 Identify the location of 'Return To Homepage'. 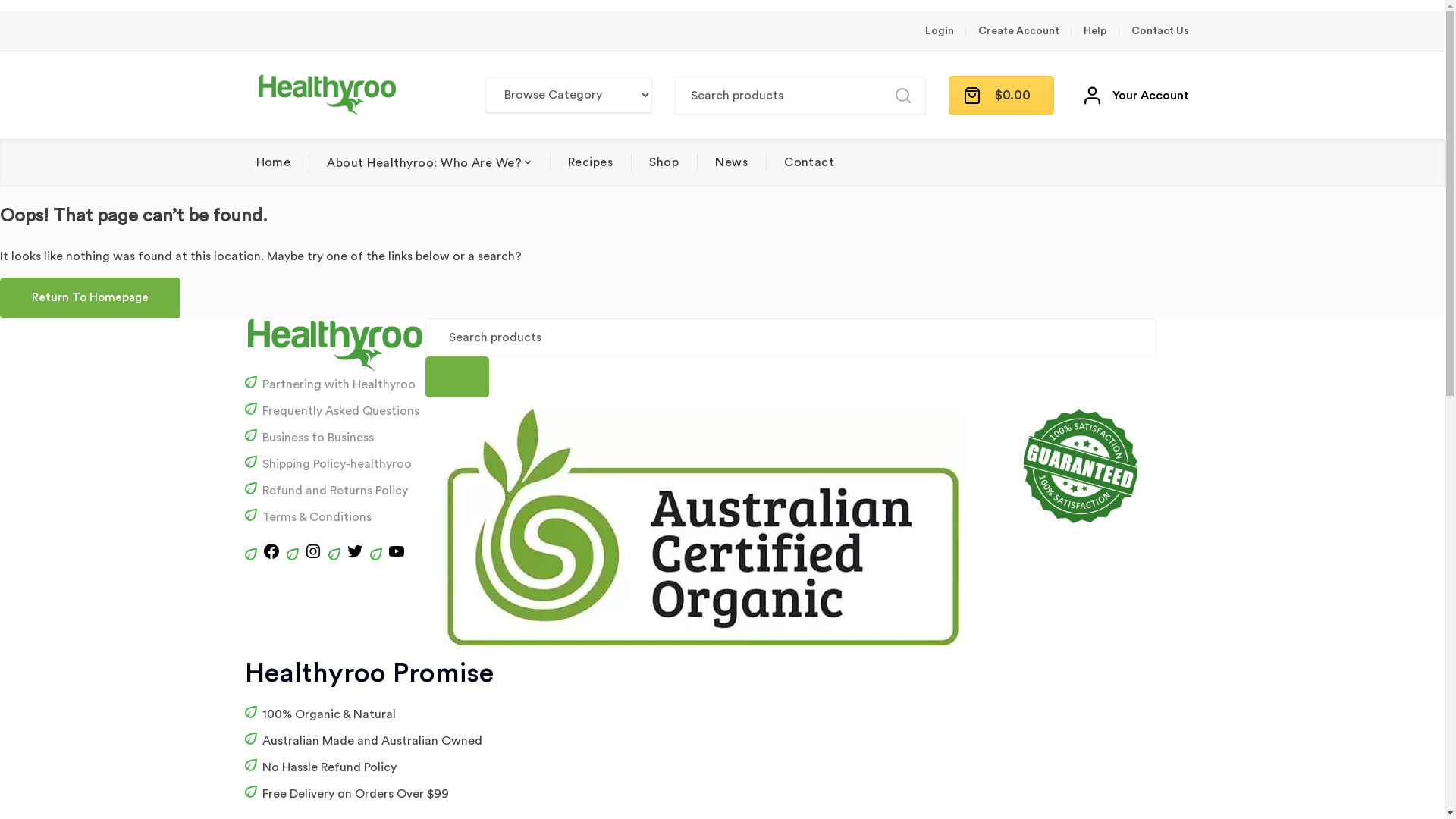
(89, 298).